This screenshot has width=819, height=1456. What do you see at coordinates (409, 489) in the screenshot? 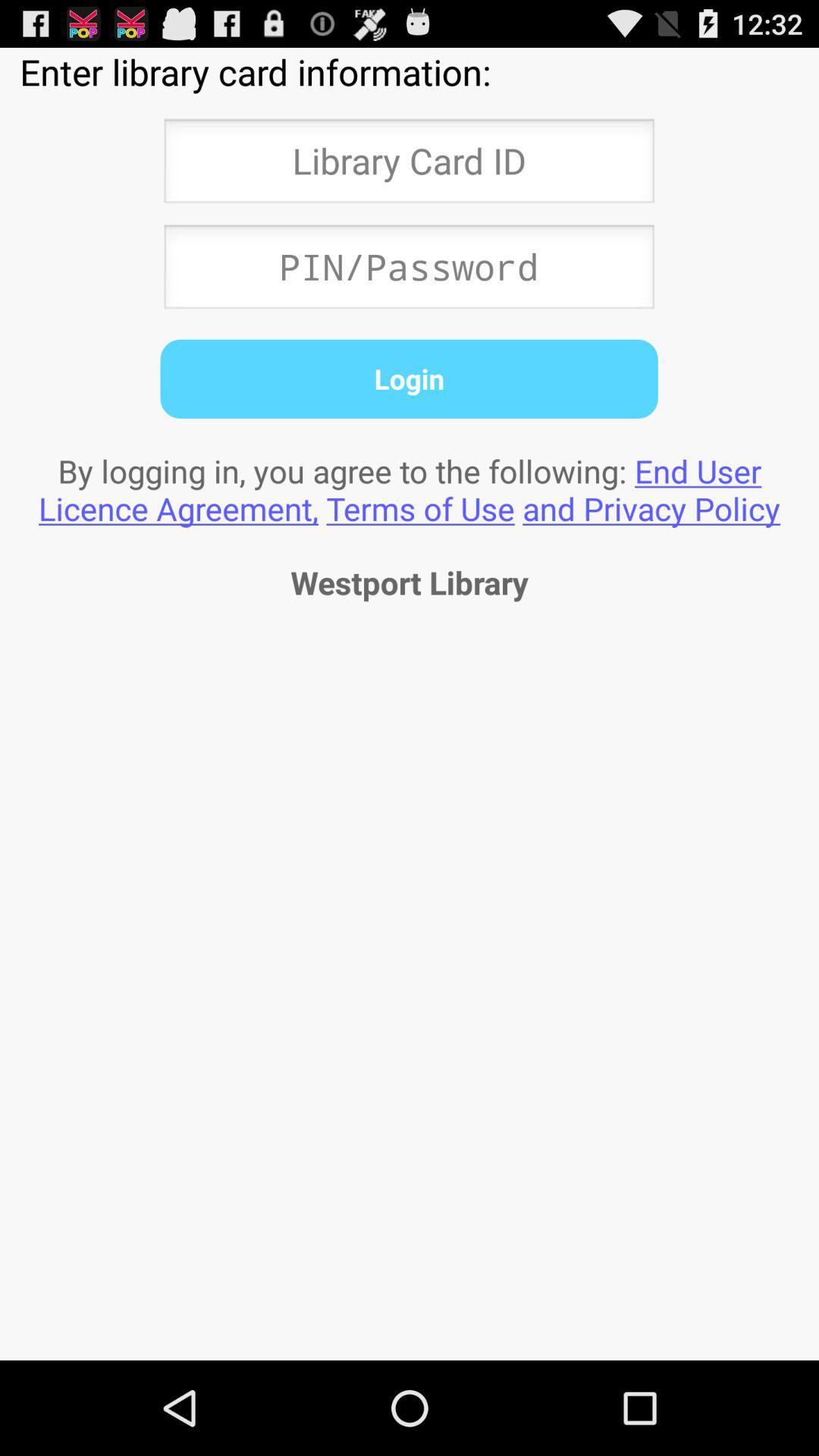
I see `button below login button` at bounding box center [409, 489].